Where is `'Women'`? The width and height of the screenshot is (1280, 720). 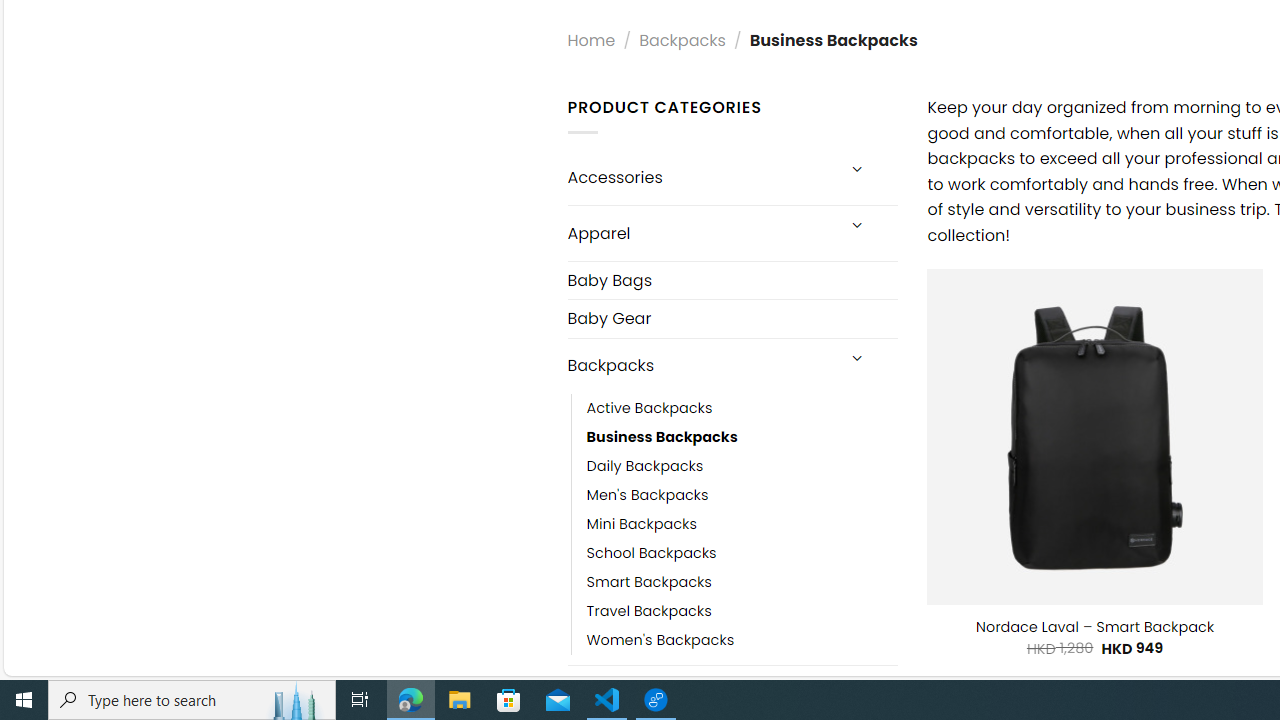 'Women' is located at coordinates (660, 640).